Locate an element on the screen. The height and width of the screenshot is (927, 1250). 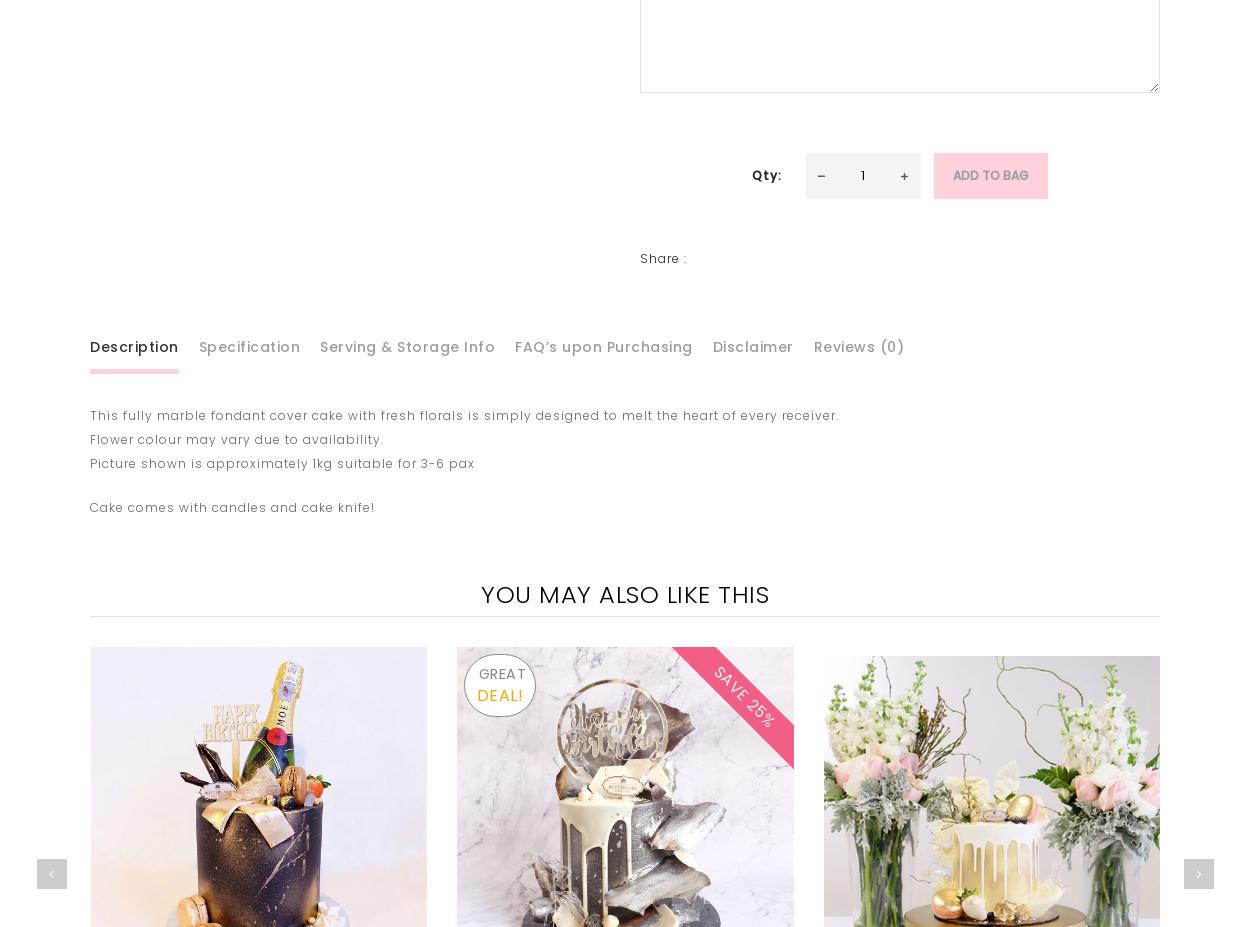
'Specification' is located at coordinates (247, 344).